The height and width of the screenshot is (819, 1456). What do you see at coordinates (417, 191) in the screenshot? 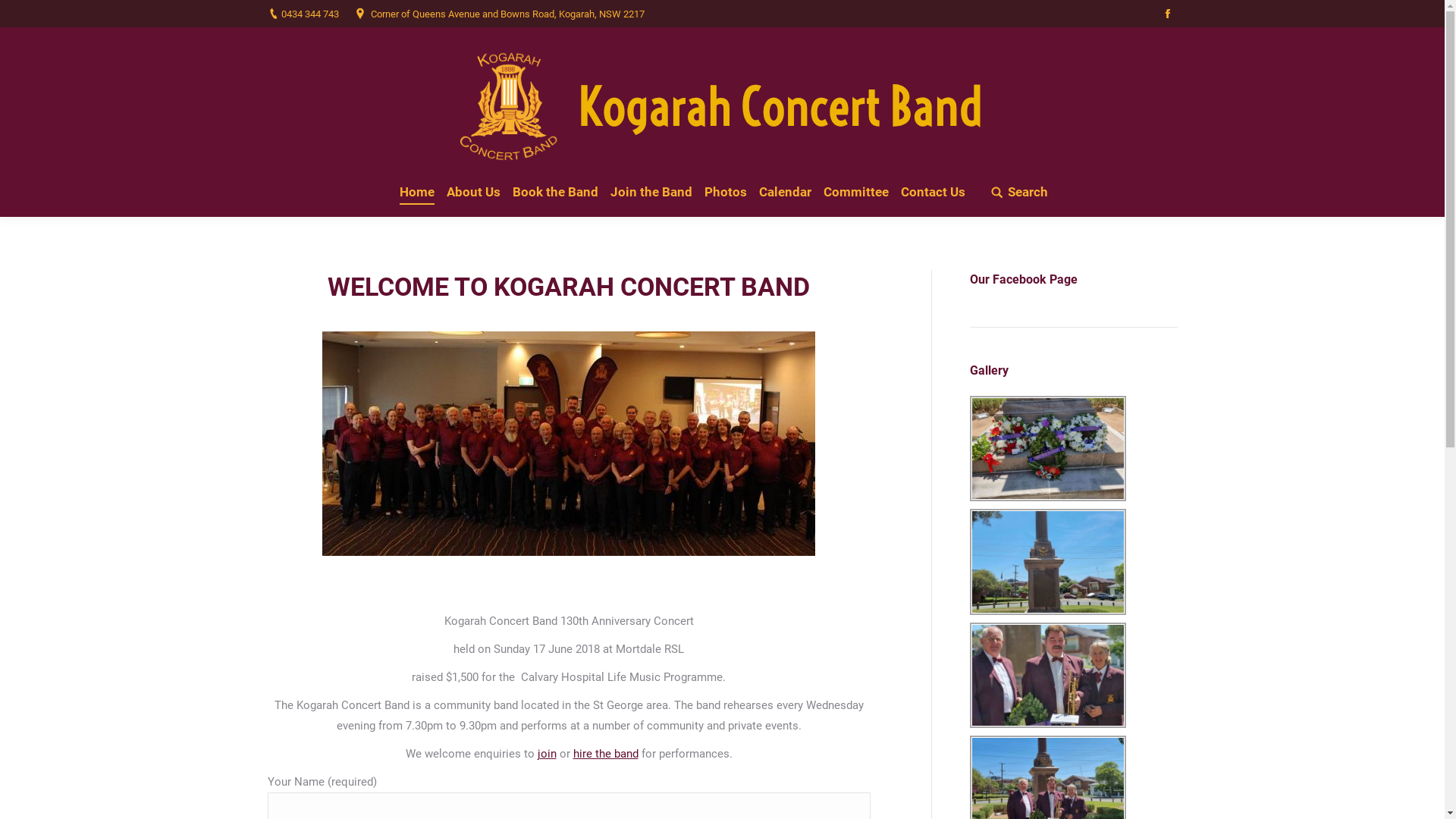
I see `'Home'` at bounding box center [417, 191].